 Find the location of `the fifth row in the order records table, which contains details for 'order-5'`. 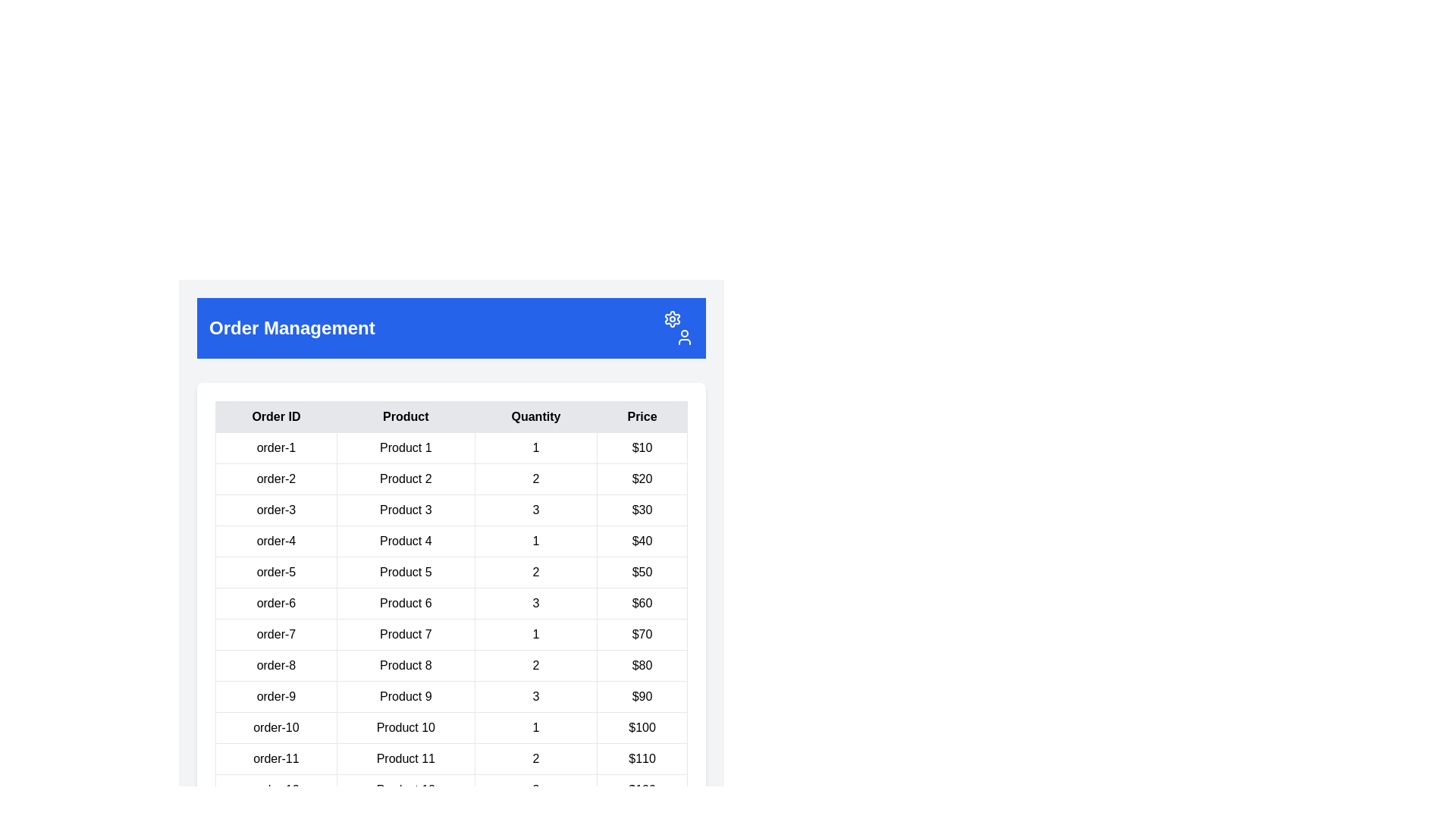

the fifth row in the order records table, which contains details for 'order-5' is located at coordinates (450, 573).